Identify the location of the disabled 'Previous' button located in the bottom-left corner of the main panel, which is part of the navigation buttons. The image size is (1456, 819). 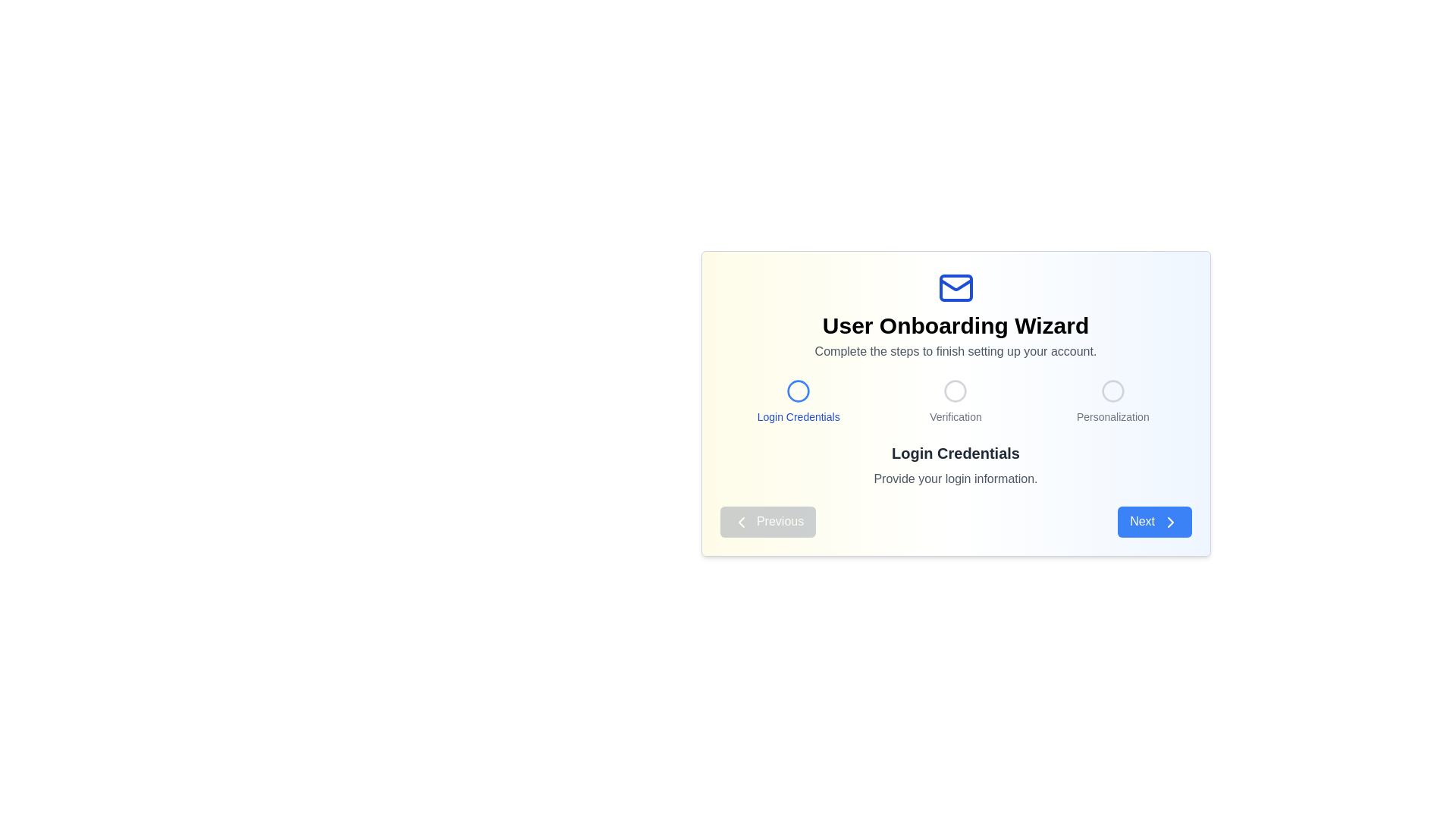
(767, 521).